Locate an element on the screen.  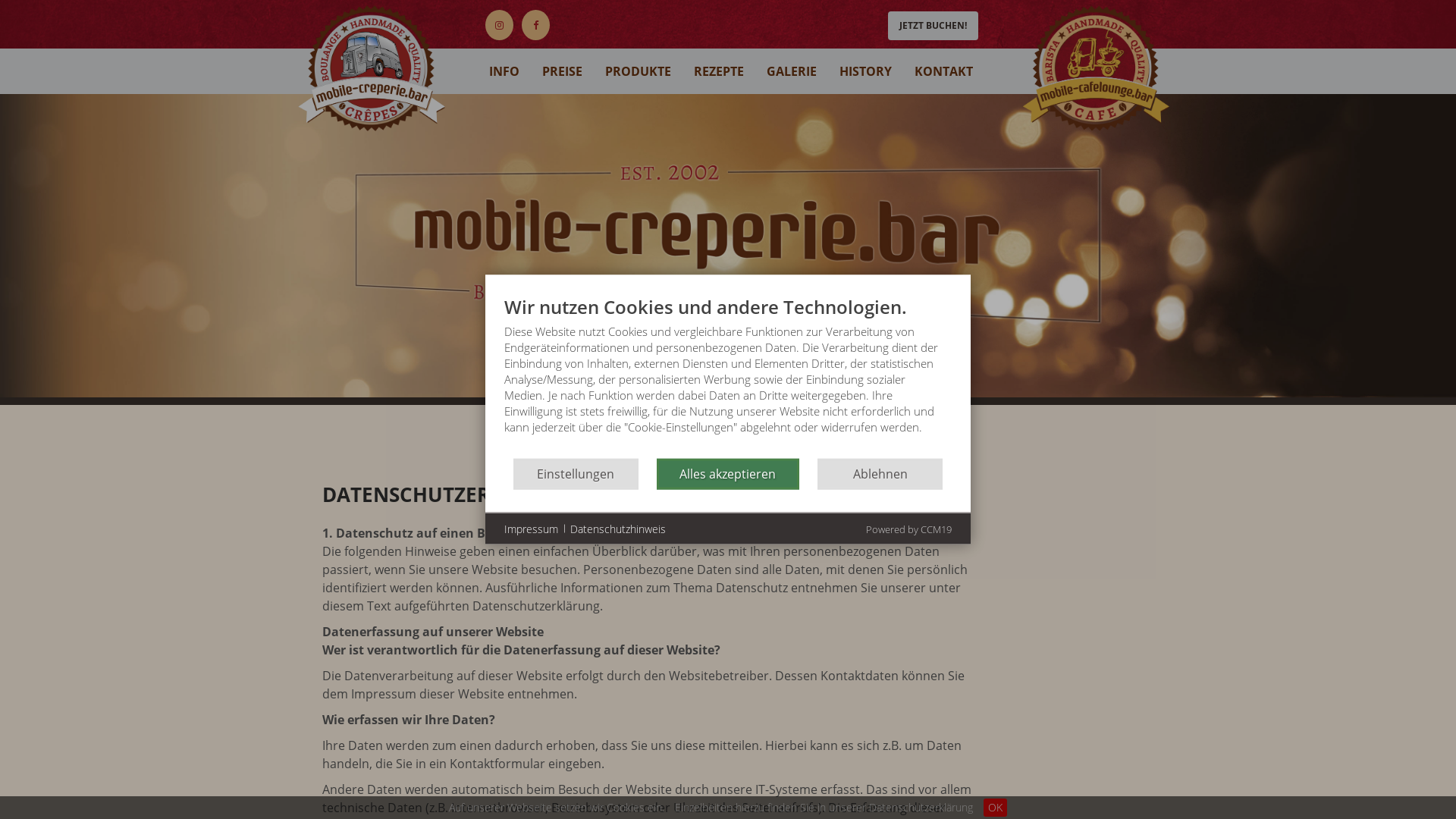
'PRODUKTE' is located at coordinates (592, 71).